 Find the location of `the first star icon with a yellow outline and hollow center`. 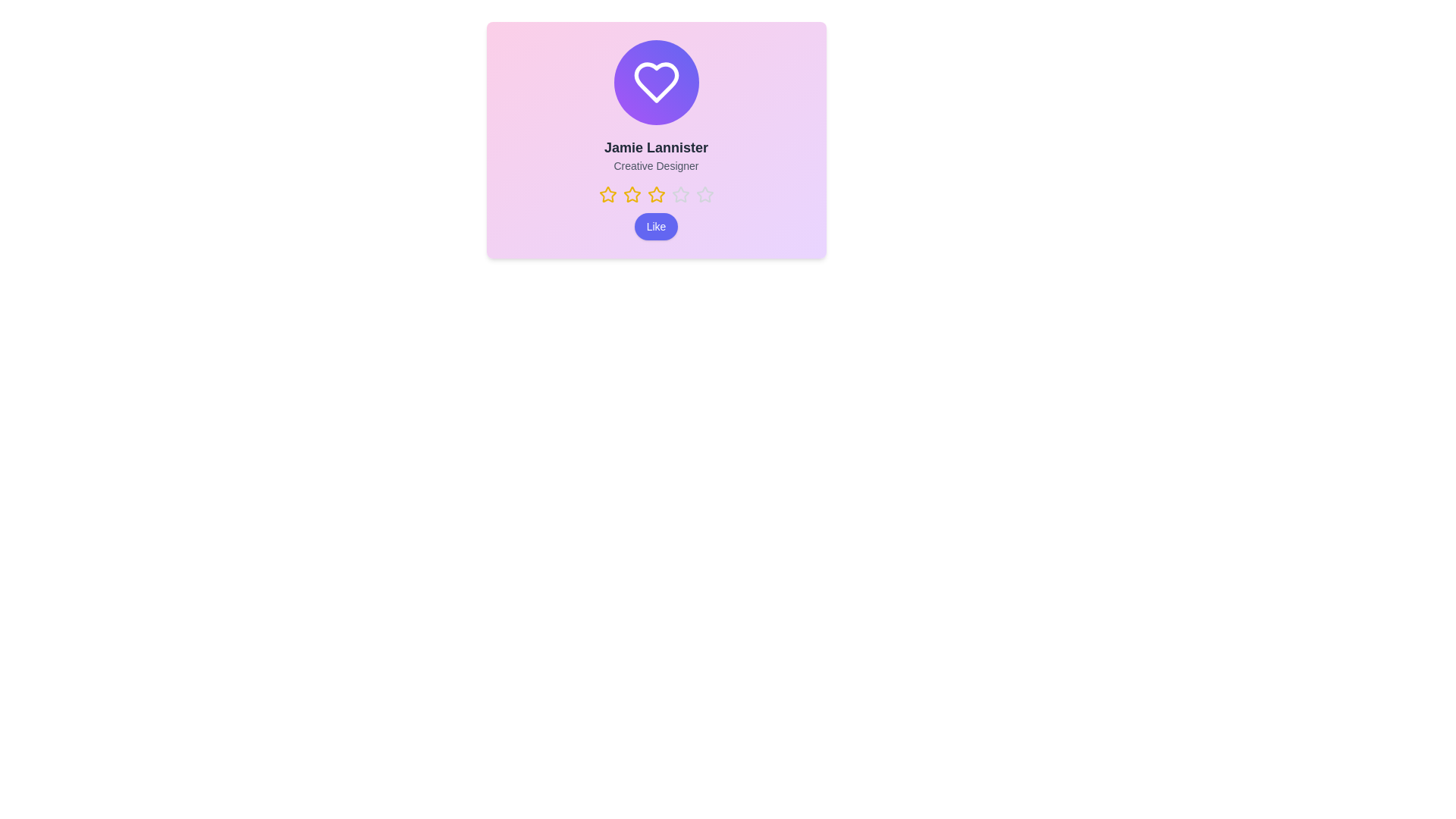

the first star icon with a yellow outline and hollow center is located at coordinates (607, 193).